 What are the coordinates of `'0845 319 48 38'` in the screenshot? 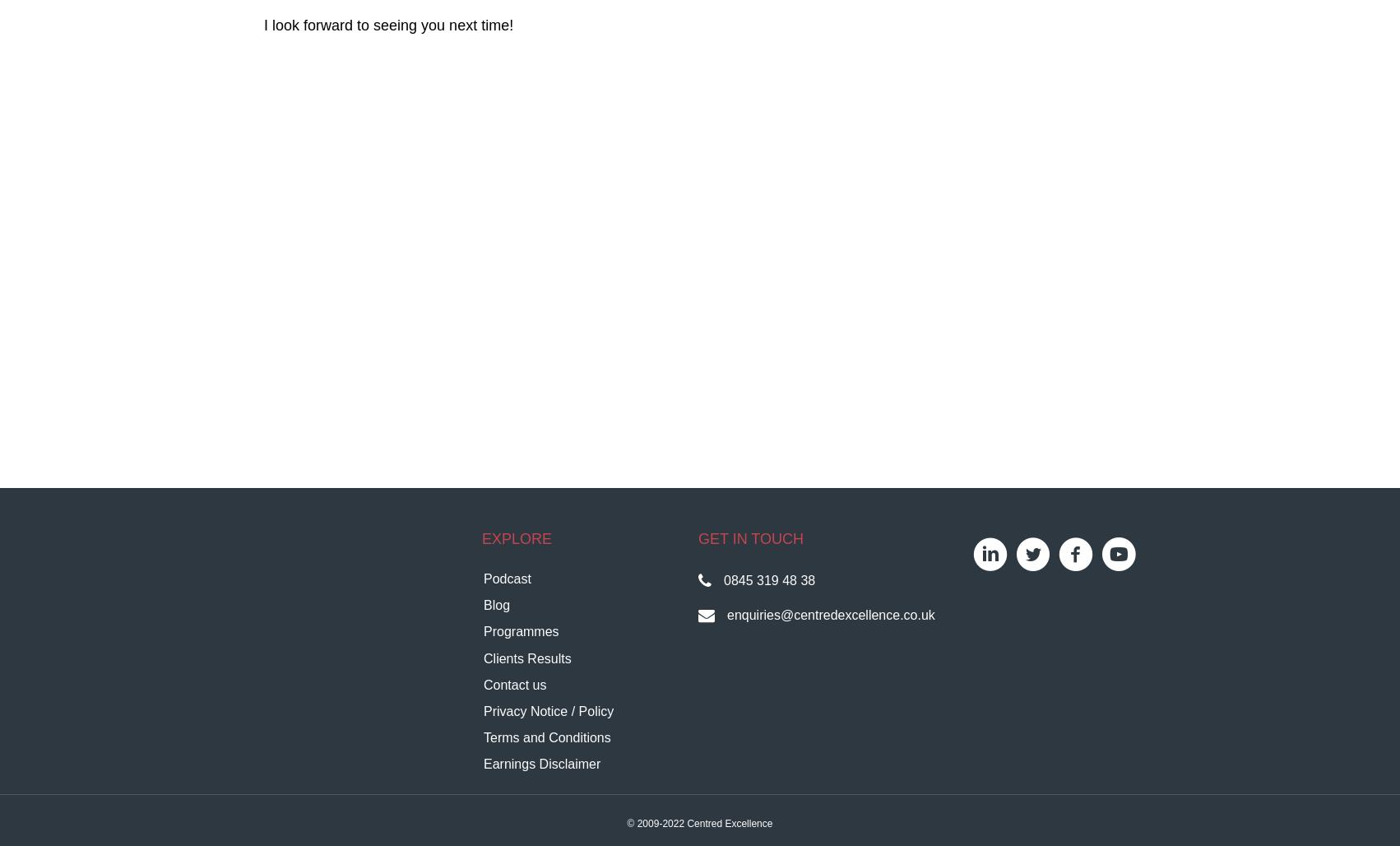 It's located at (769, 580).